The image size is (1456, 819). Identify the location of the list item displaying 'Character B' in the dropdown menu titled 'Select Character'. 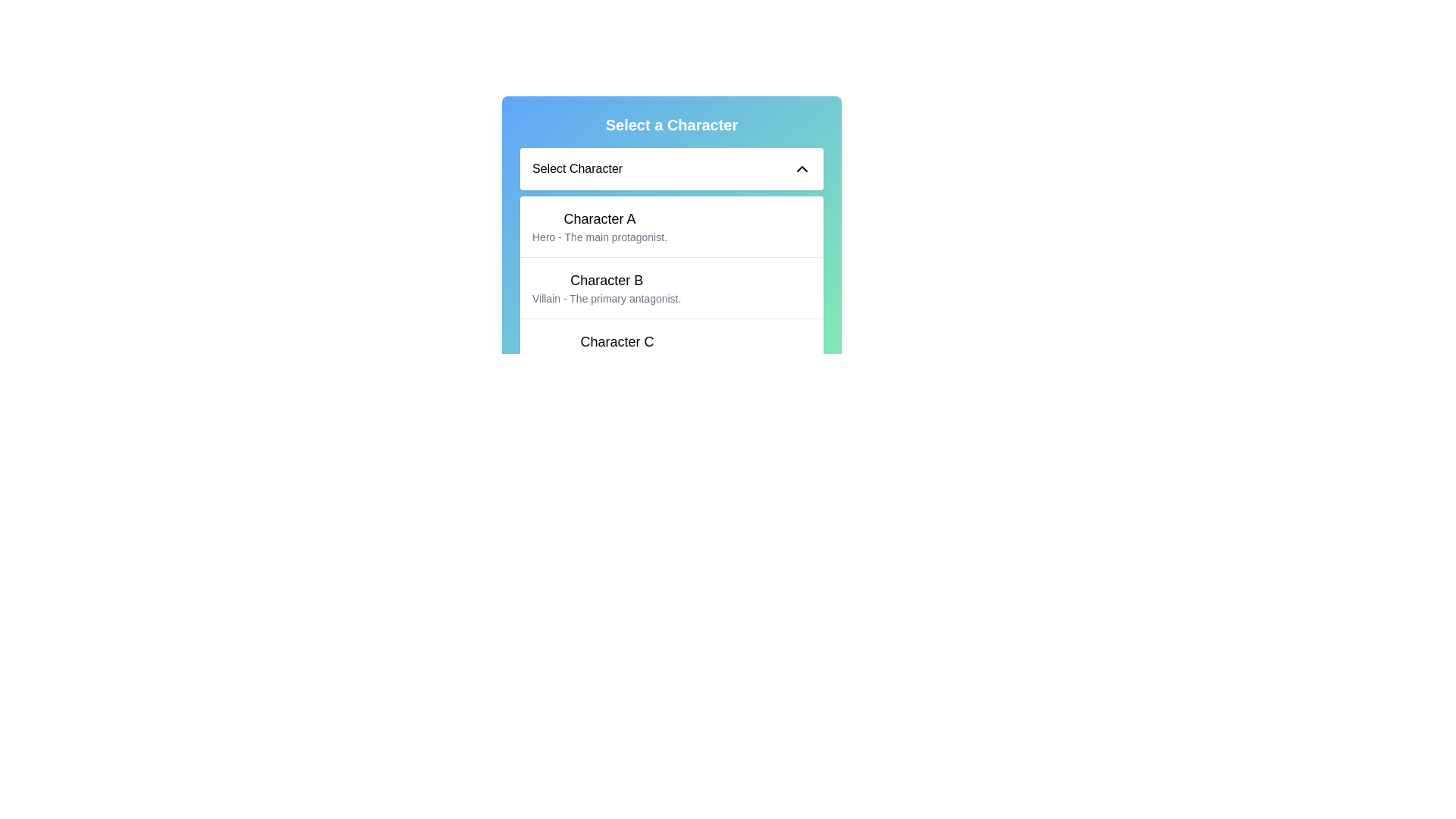
(671, 288).